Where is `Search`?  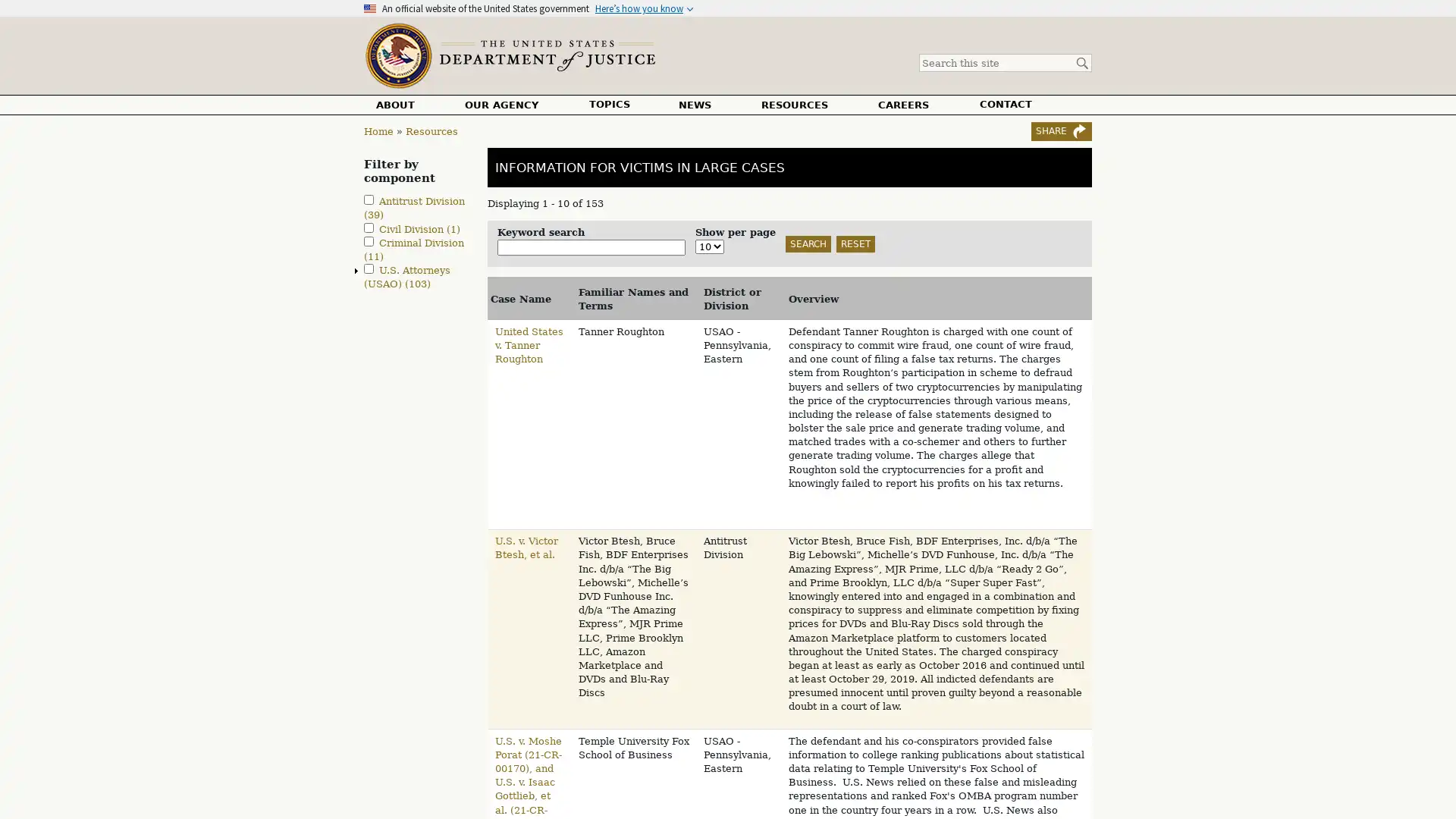 Search is located at coordinates (1081, 63).